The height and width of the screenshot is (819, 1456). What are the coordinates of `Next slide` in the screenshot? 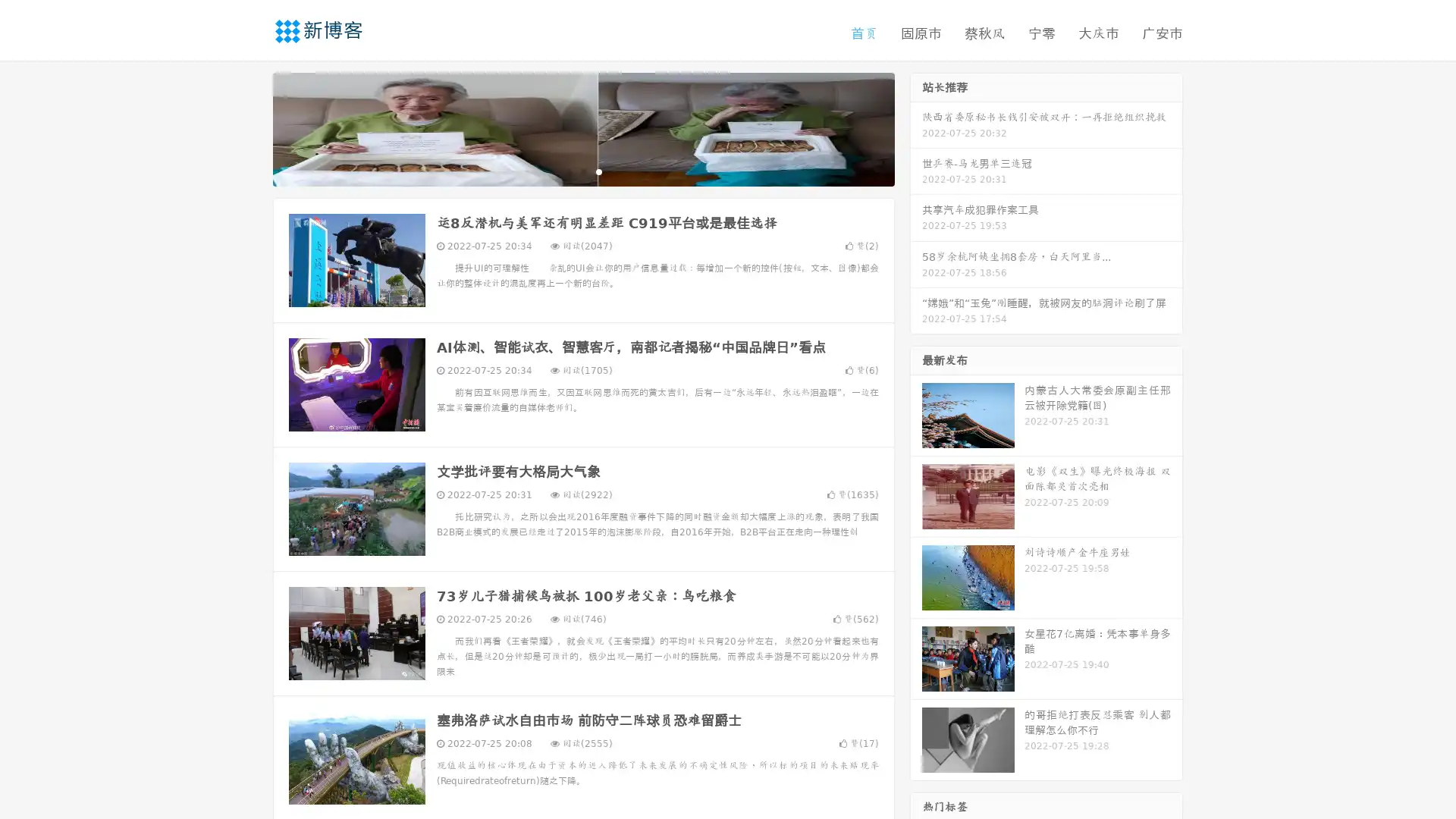 It's located at (916, 127).